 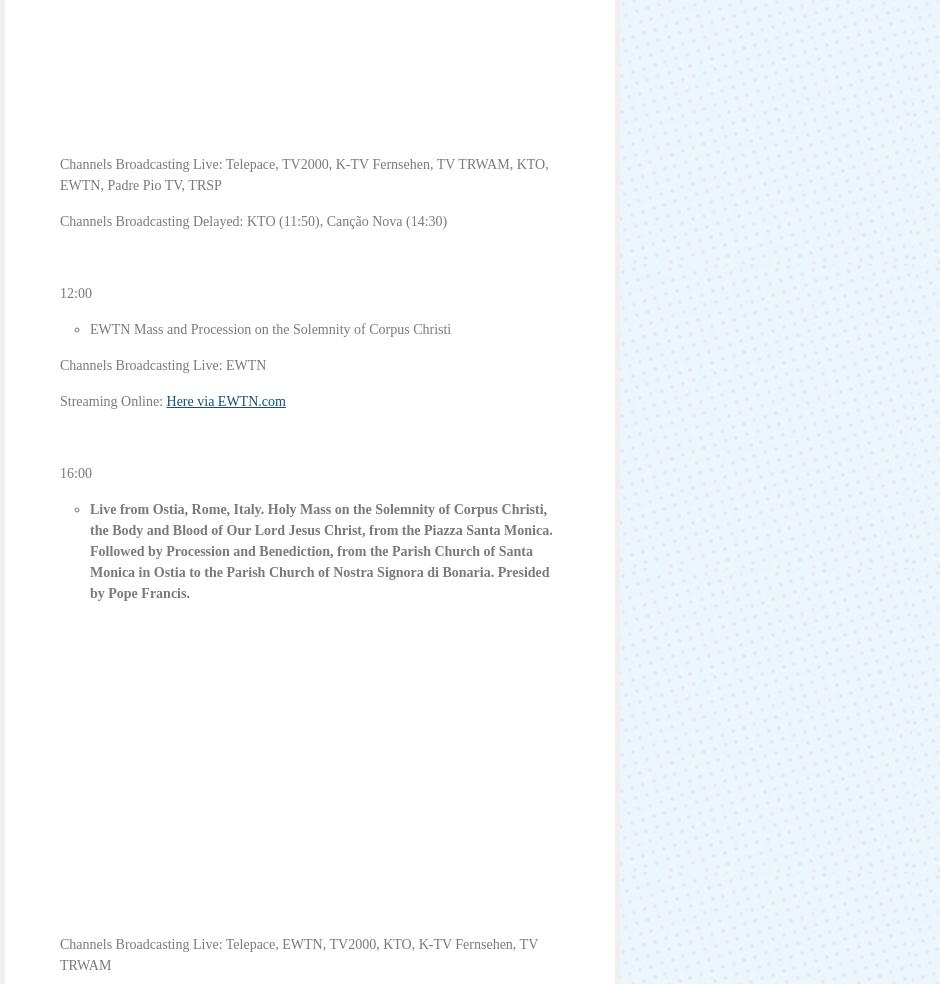 What do you see at coordinates (253, 221) in the screenshot?
I see `'Channels Broadcasting Delayed: KTO (11:50), Canção Nova (14:30)'` at bounding box center [253, 221].